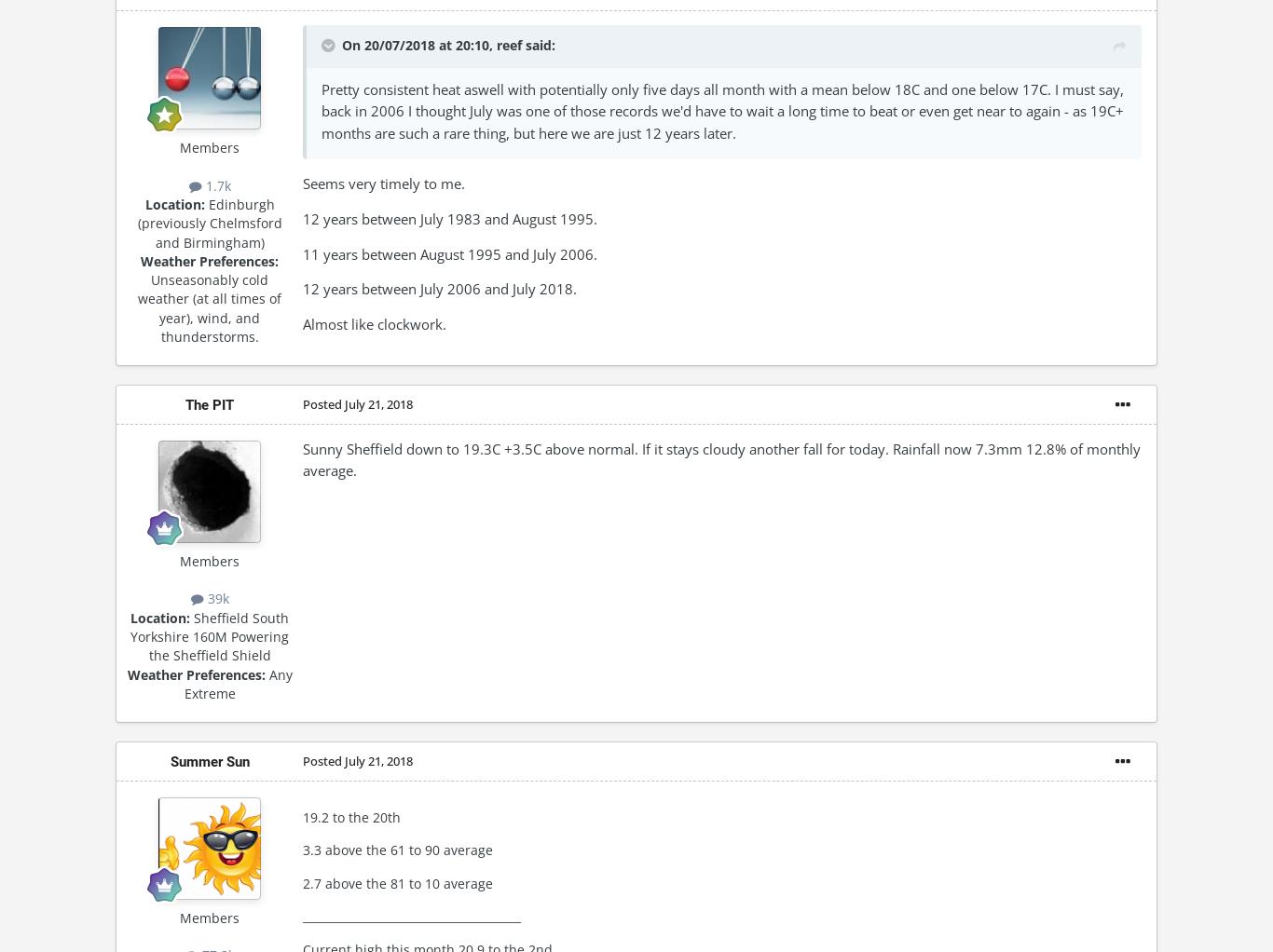  What do you see at coordinates (412, 915) in the screenshot?
I see `'_______________________________________'` at bounding box center [412, 915].